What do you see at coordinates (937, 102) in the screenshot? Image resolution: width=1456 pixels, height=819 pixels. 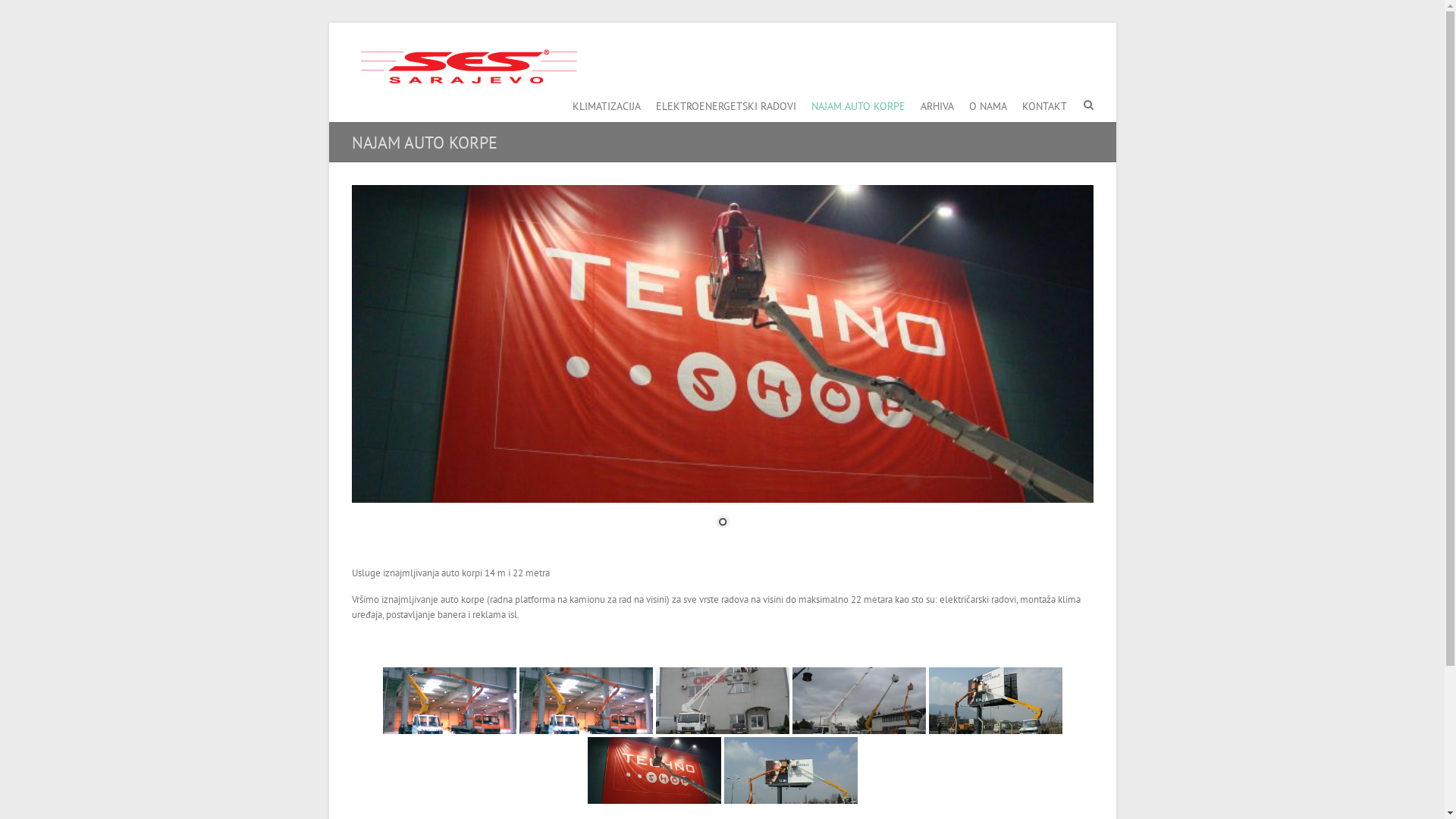 I see `'ARHIVA'` at bounding box center [937, 102].